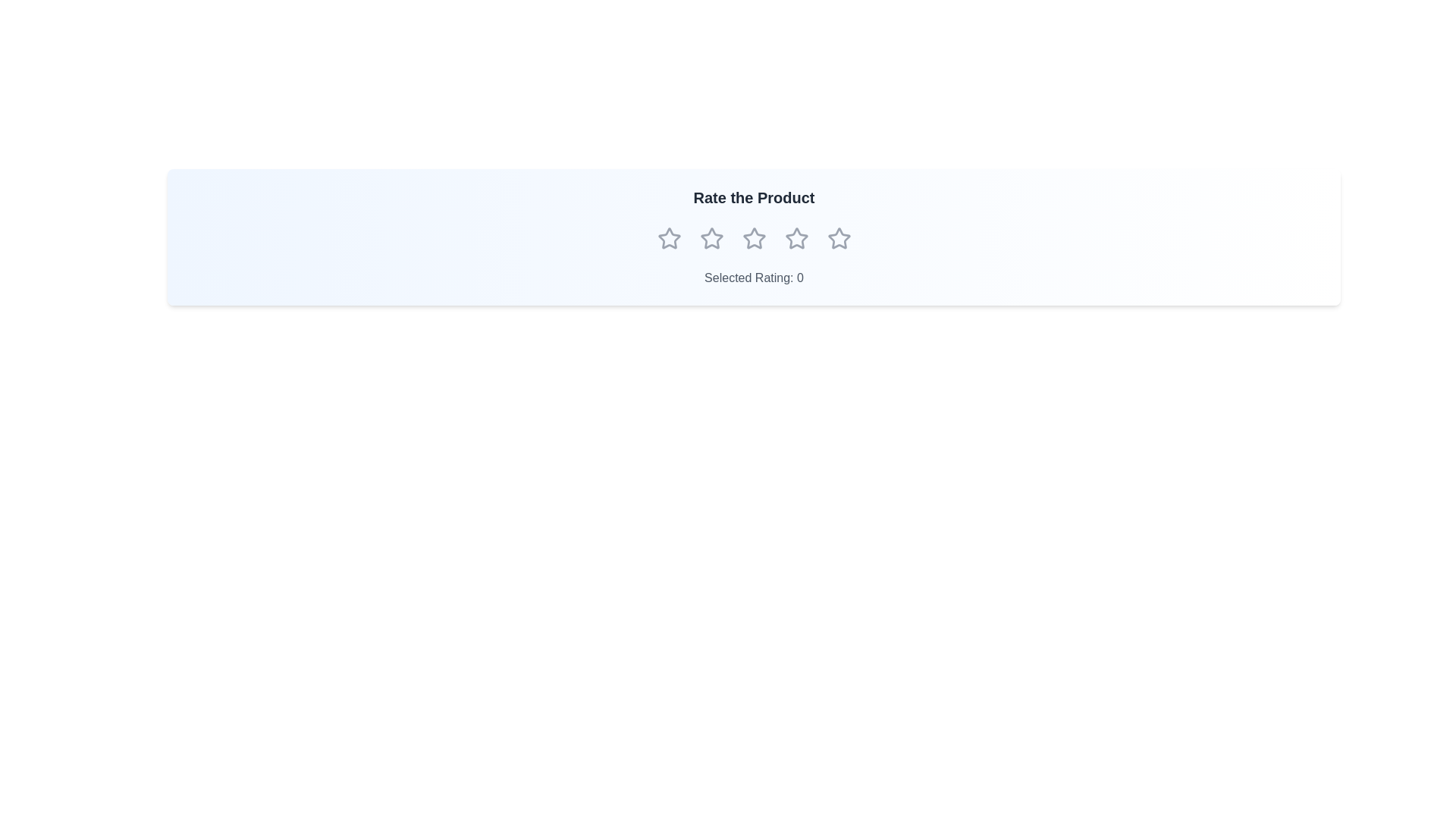  What do you see at coordinates (754, 238) in the screenshot?
I see `the third gray outlined star icon in a horizontal row of five stars` at bounding box center [754, 238].